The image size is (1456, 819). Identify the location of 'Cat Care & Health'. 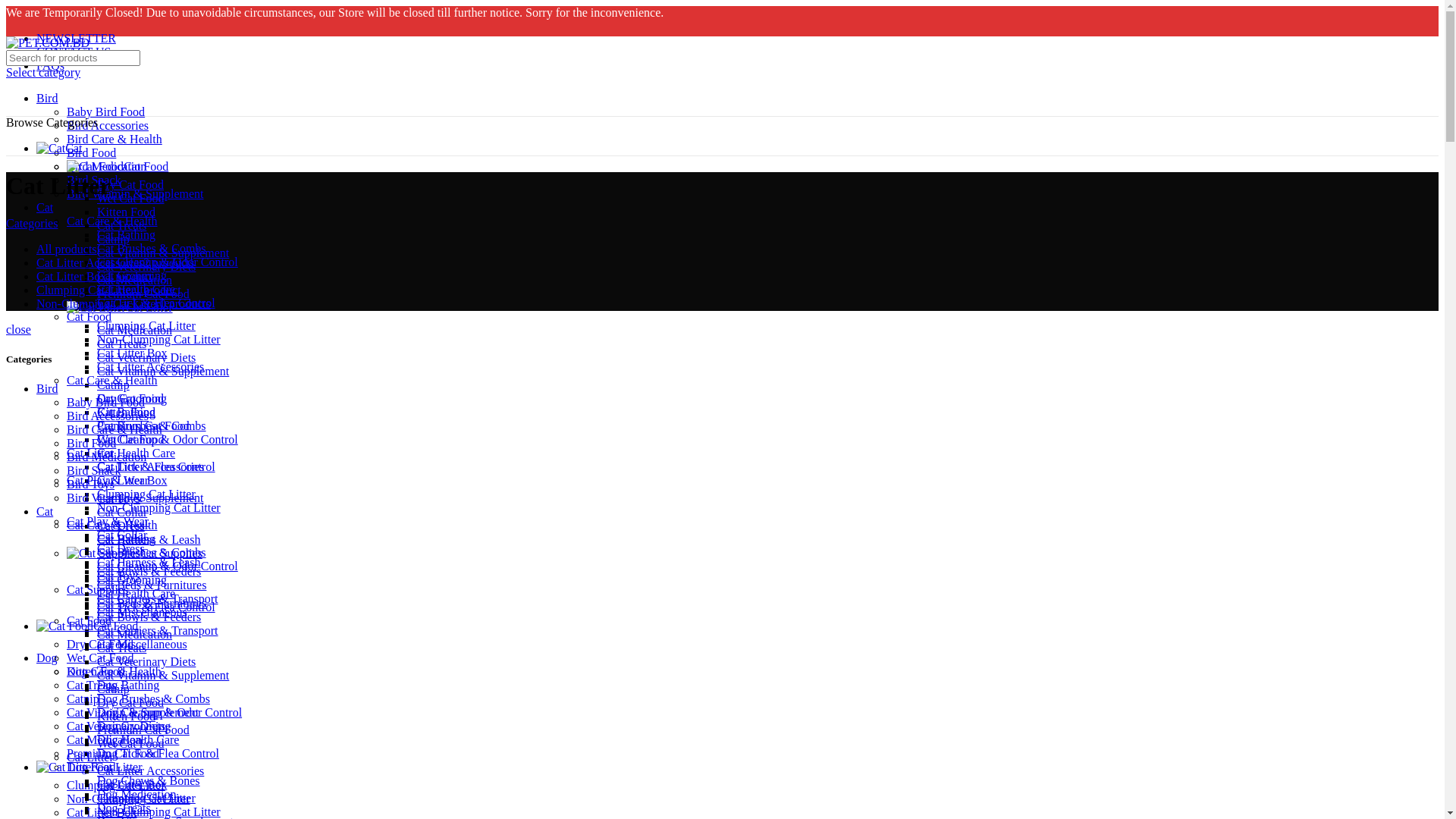
(65, 221).